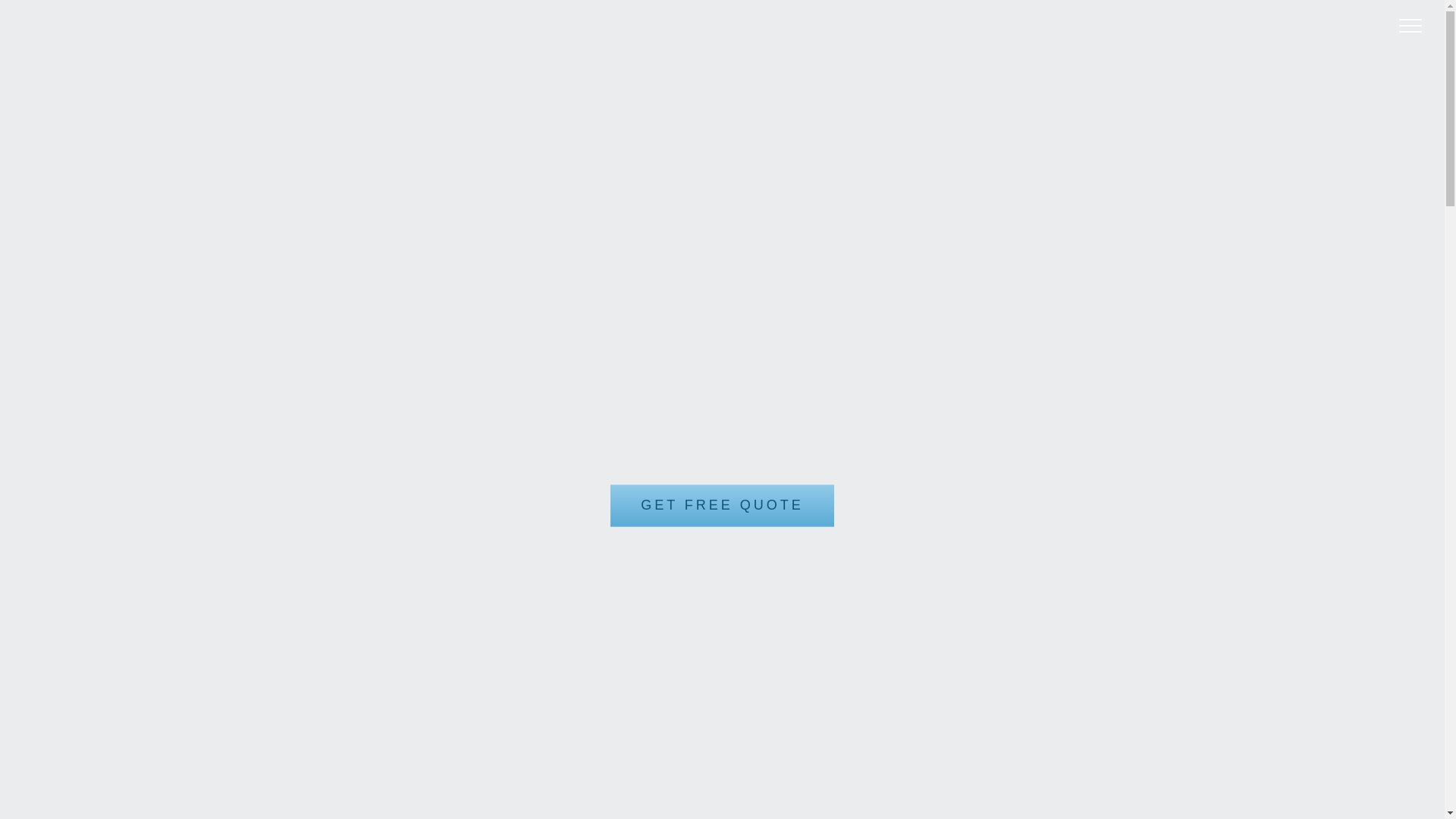 The image size is (1456, 819). I want to click on 'GET FREE QUOTE', so click(721, 506).